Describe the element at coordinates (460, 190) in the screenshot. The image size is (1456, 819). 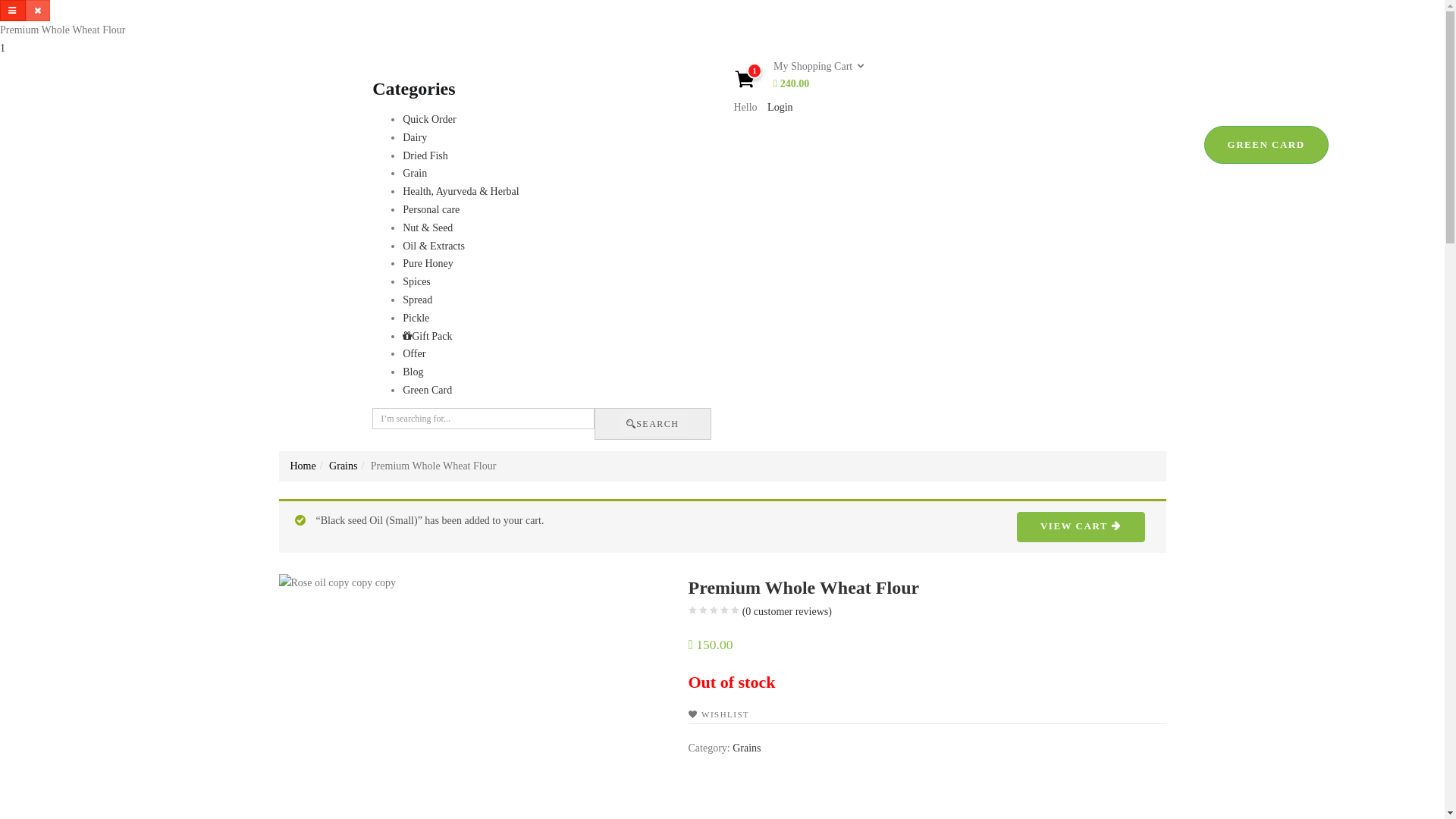
I see `'Health, Ayurveda & Herbal'` at that location.